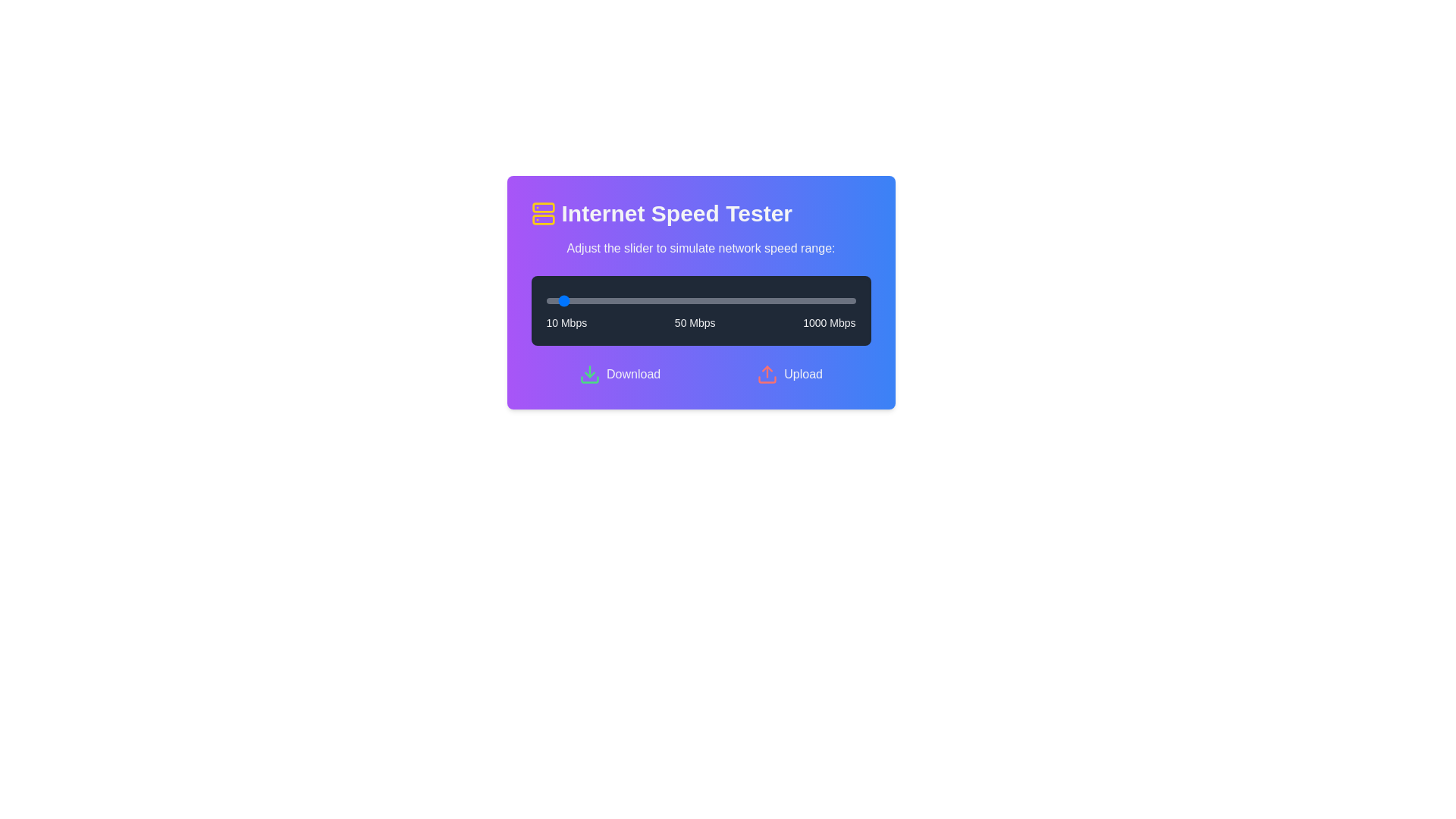 The width and height of the screenshot is (1456, 819). I want to click on the slider to set the speed to 976 Mbps, so click(847, 301).